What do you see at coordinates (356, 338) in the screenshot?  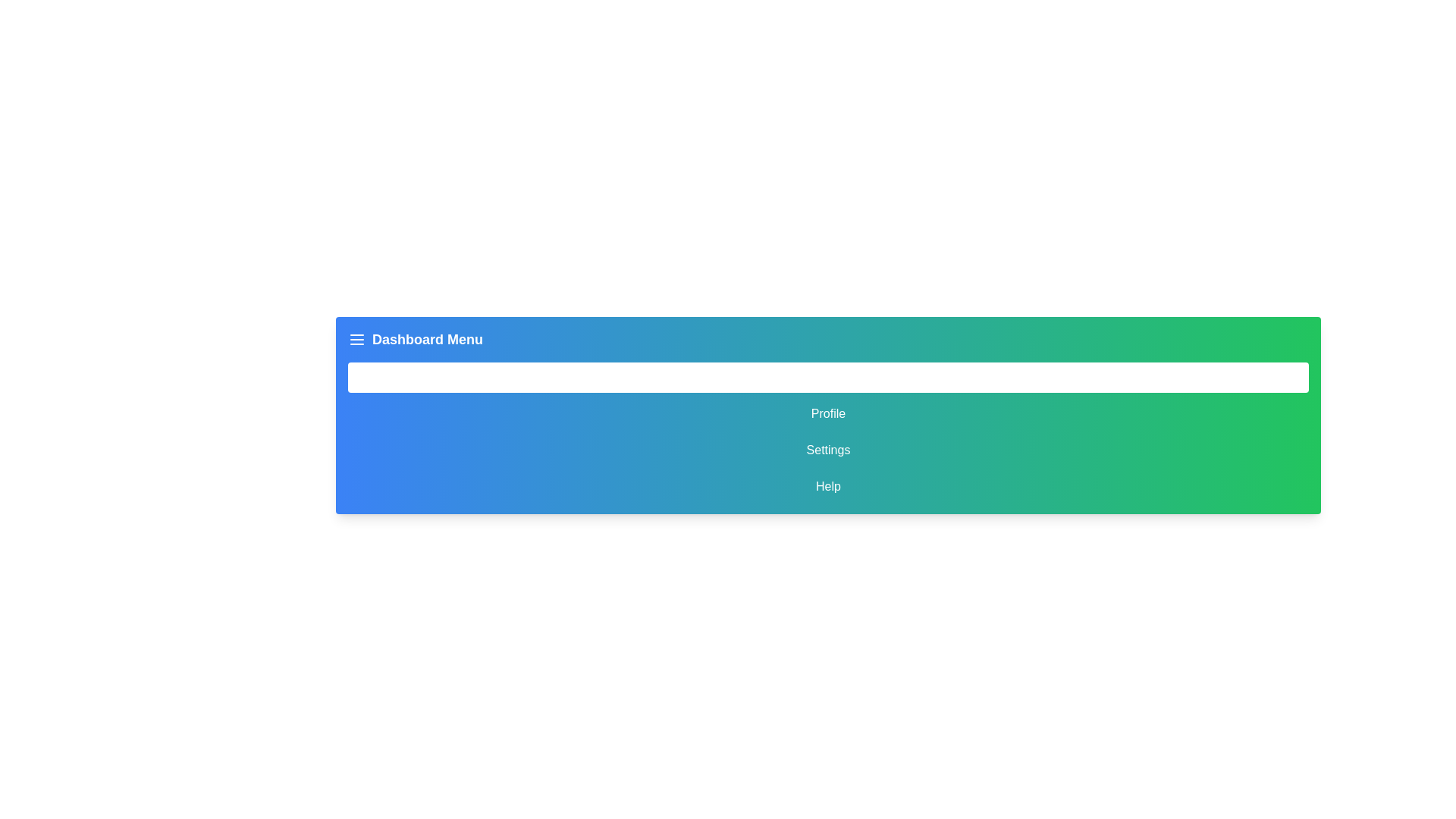 I see `the hamburger menu icon located in the blue header bar` at bounding box center [356, 338].